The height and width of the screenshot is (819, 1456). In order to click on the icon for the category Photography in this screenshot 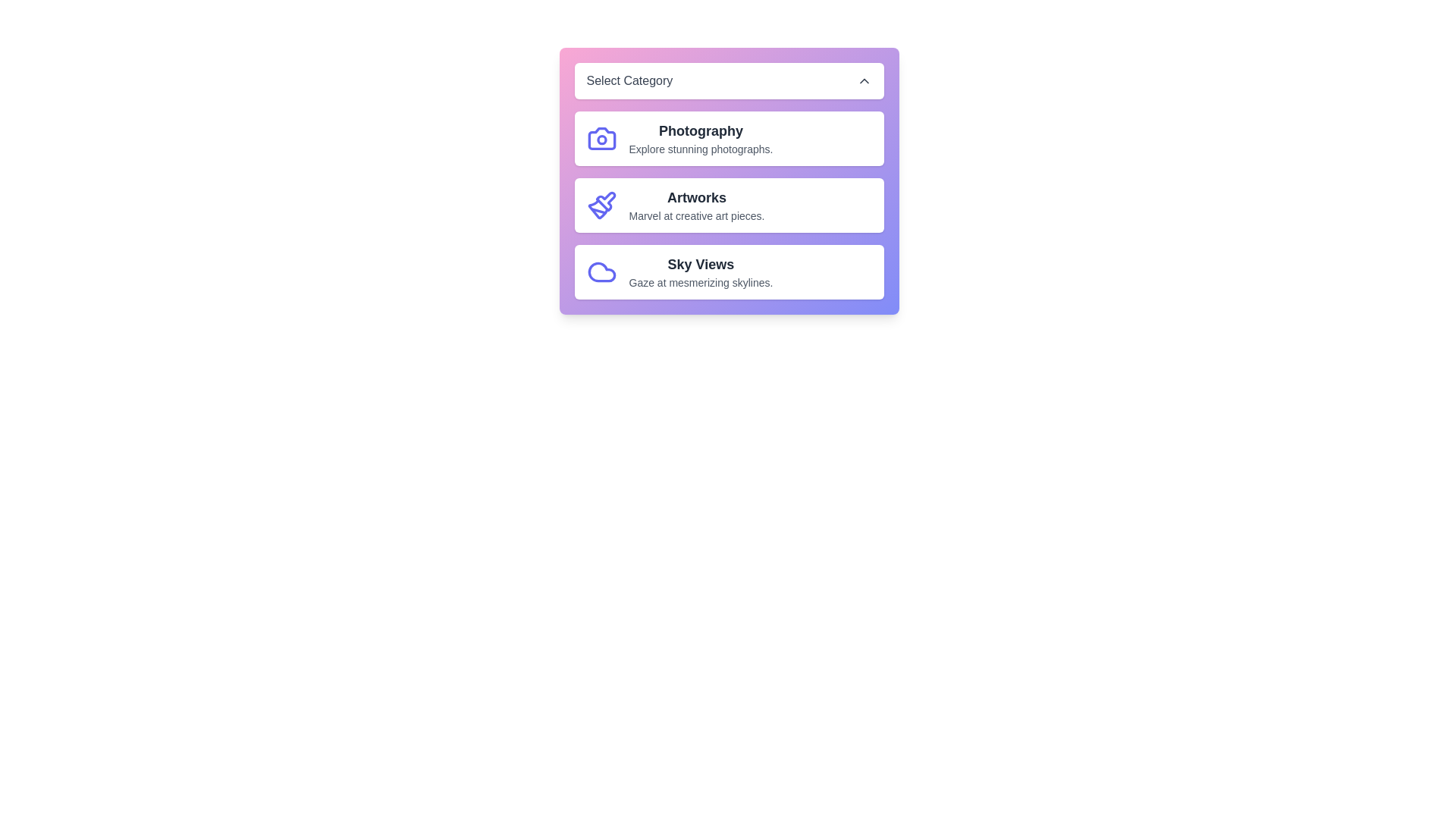, I will do `click(601, 138)`.